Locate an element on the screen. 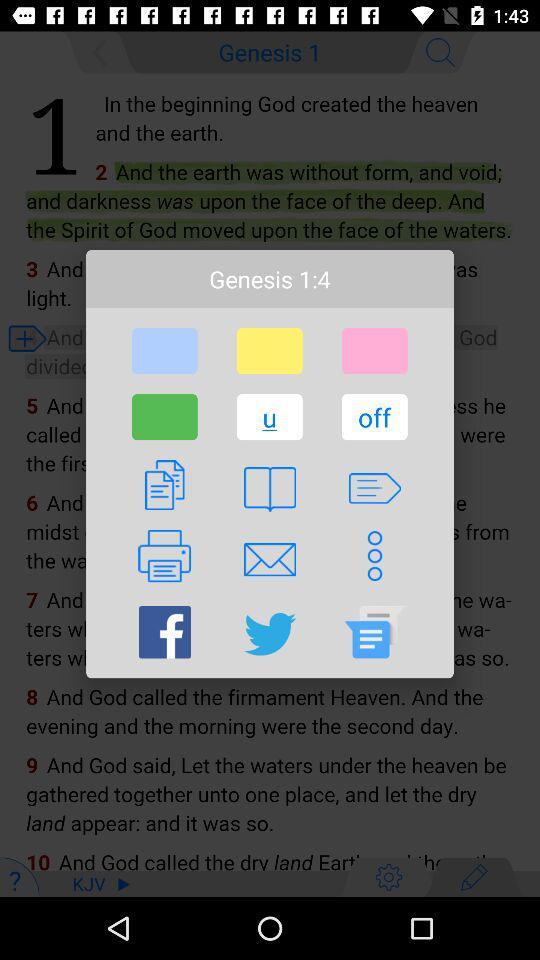 This screenshot has width=540, height=960. the icon above u button is located at coordinates (269, 351).